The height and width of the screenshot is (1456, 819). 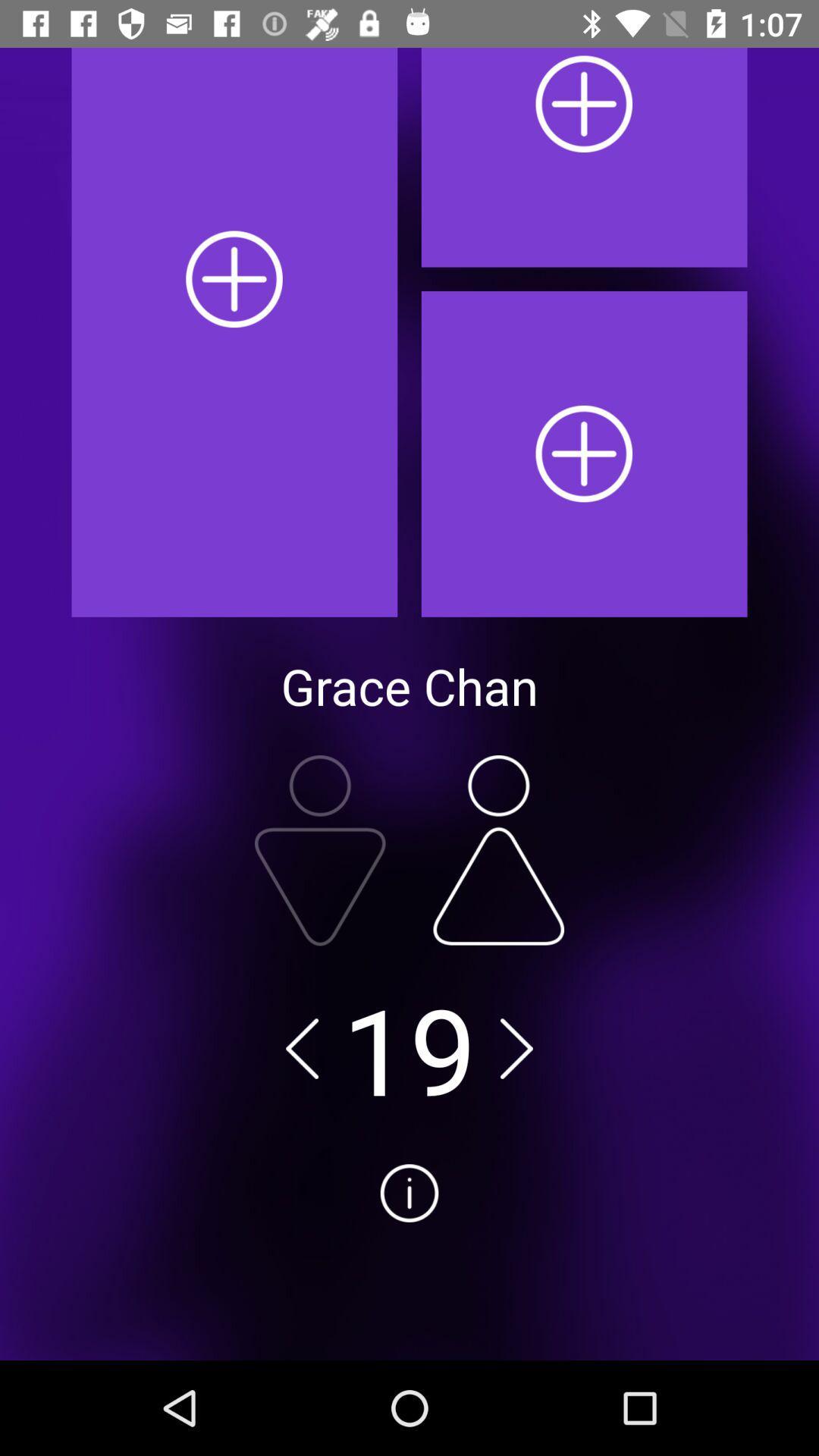 What do you see at coordinates (498, 850) in the screenshot?
I see `go up` at bounding box center [498, 850].